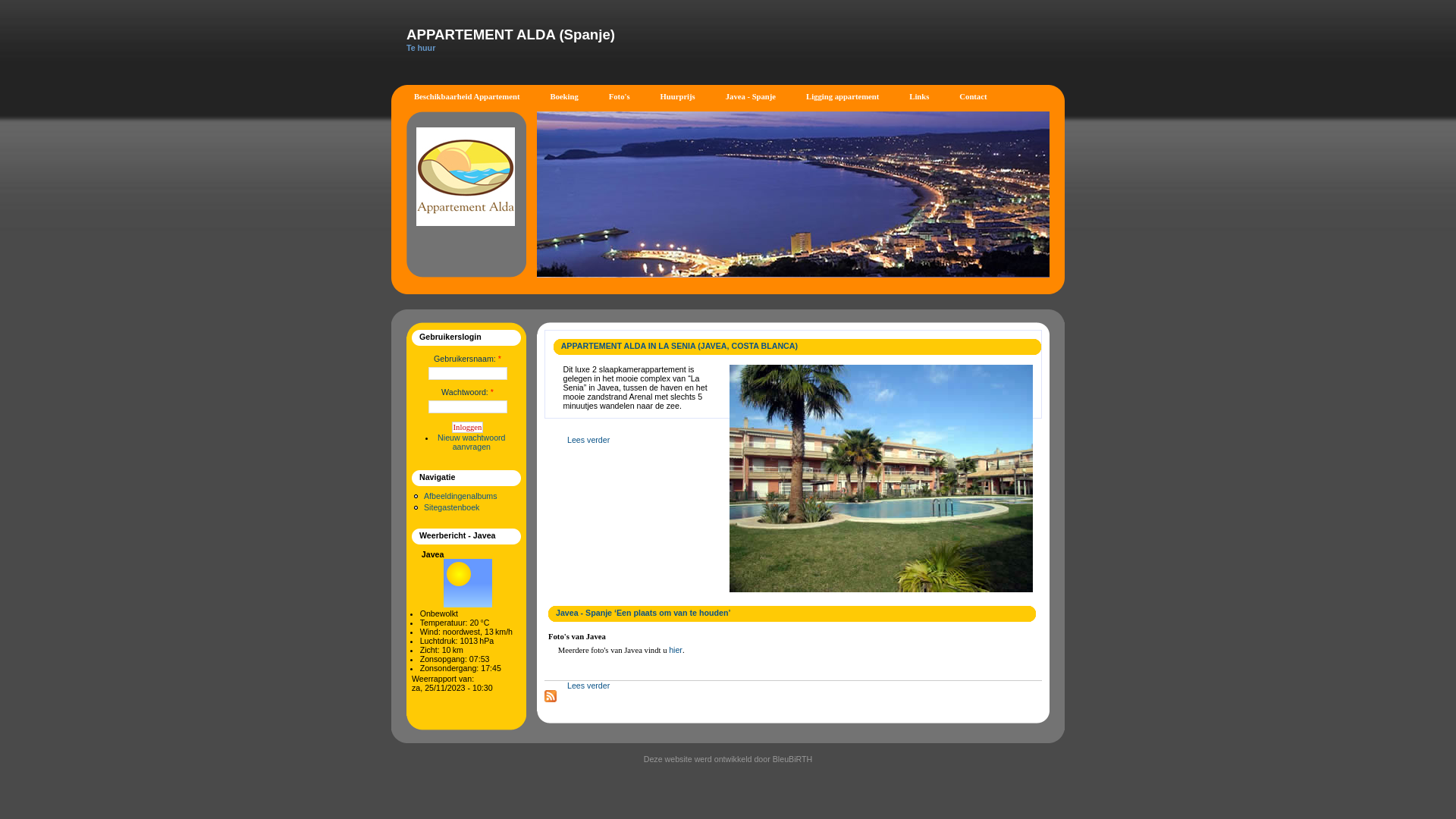  What do you see at coordinates (972, 96) in the screenshot?
I see `'Contact'` at bounding box center [972, 96].